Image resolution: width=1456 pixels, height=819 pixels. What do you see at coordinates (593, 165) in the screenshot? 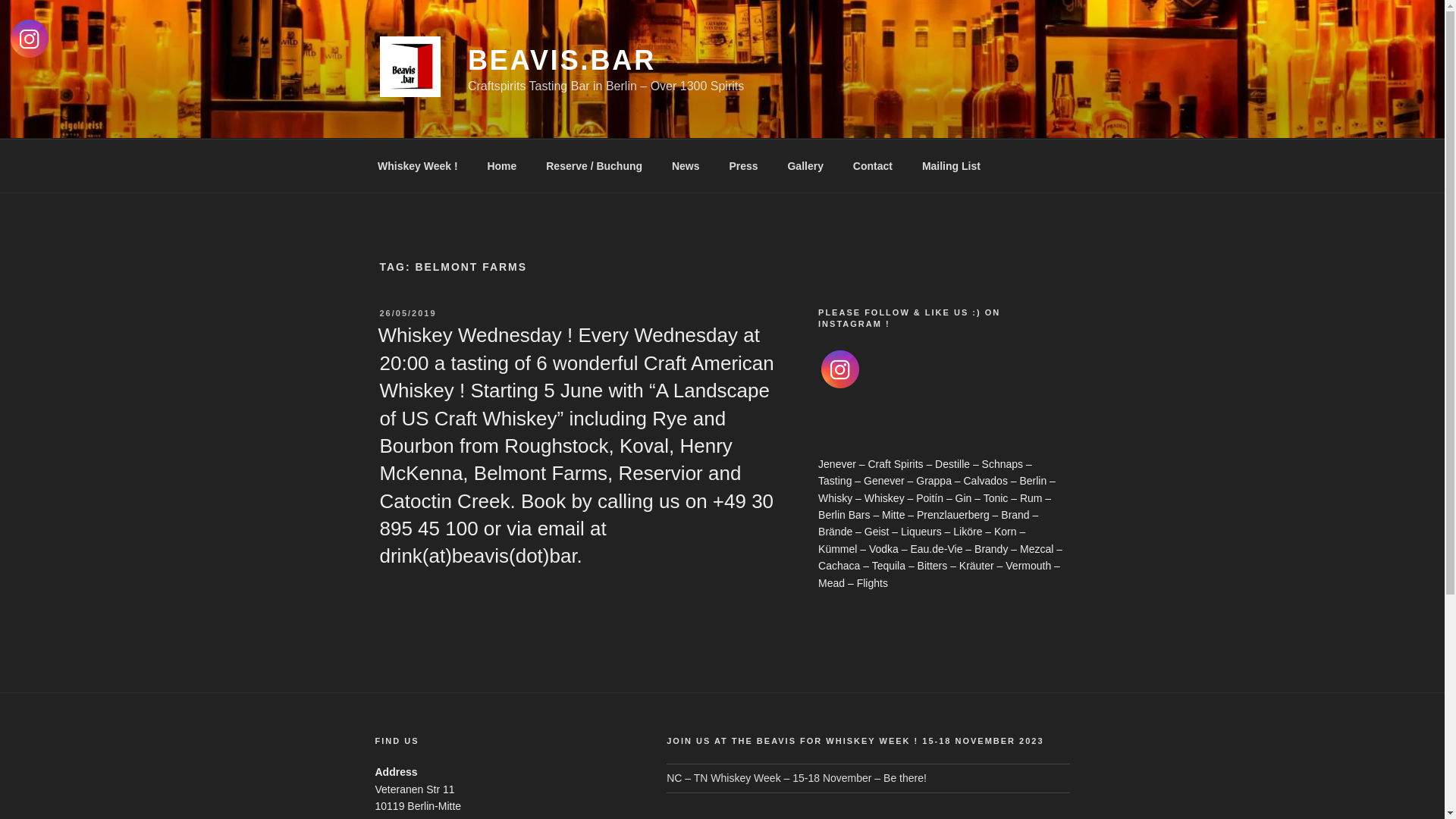
I see `'Reserve / Buchung'` at bounding box center [593, 165].